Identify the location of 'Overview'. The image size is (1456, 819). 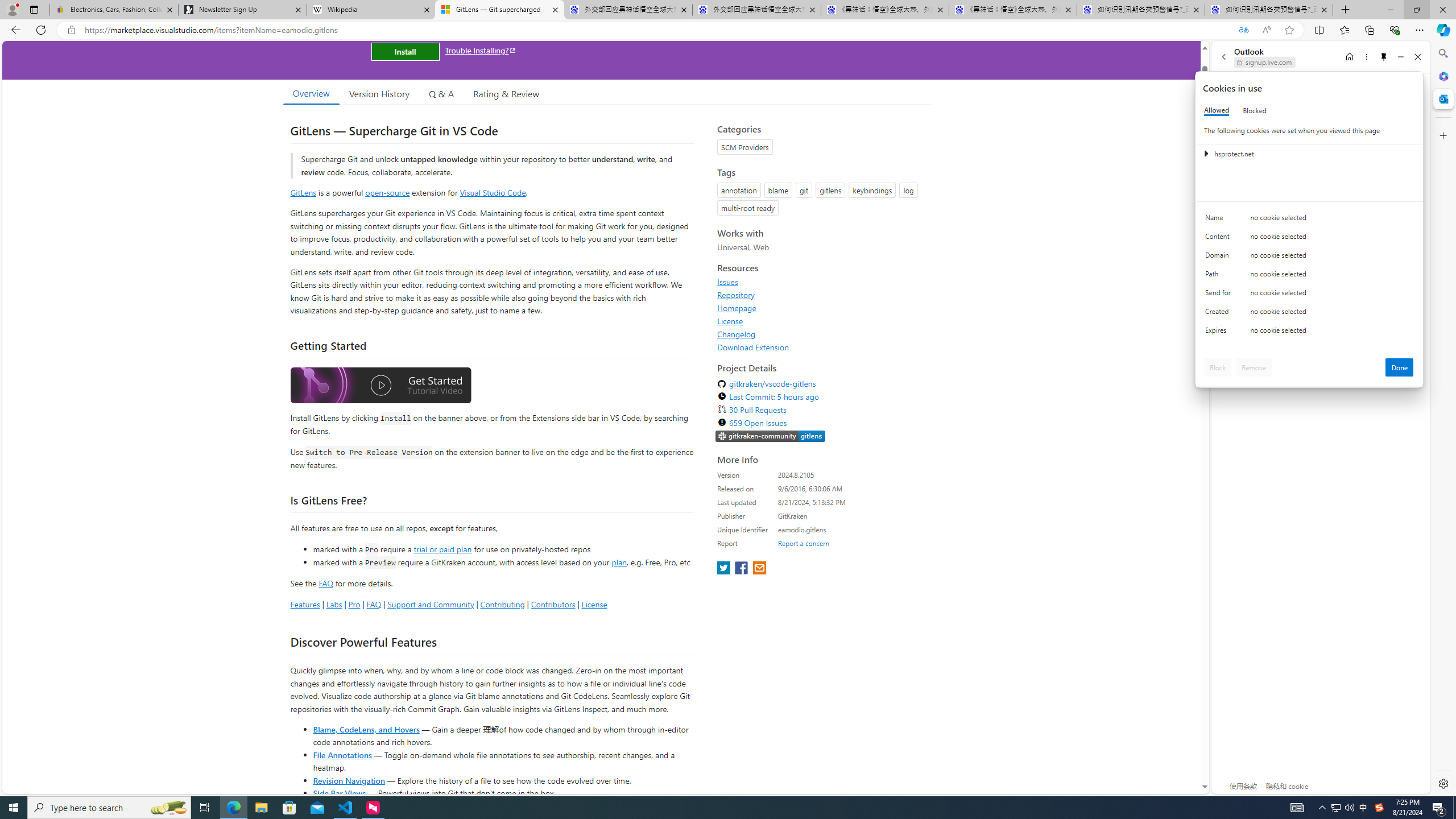
(311, 93).